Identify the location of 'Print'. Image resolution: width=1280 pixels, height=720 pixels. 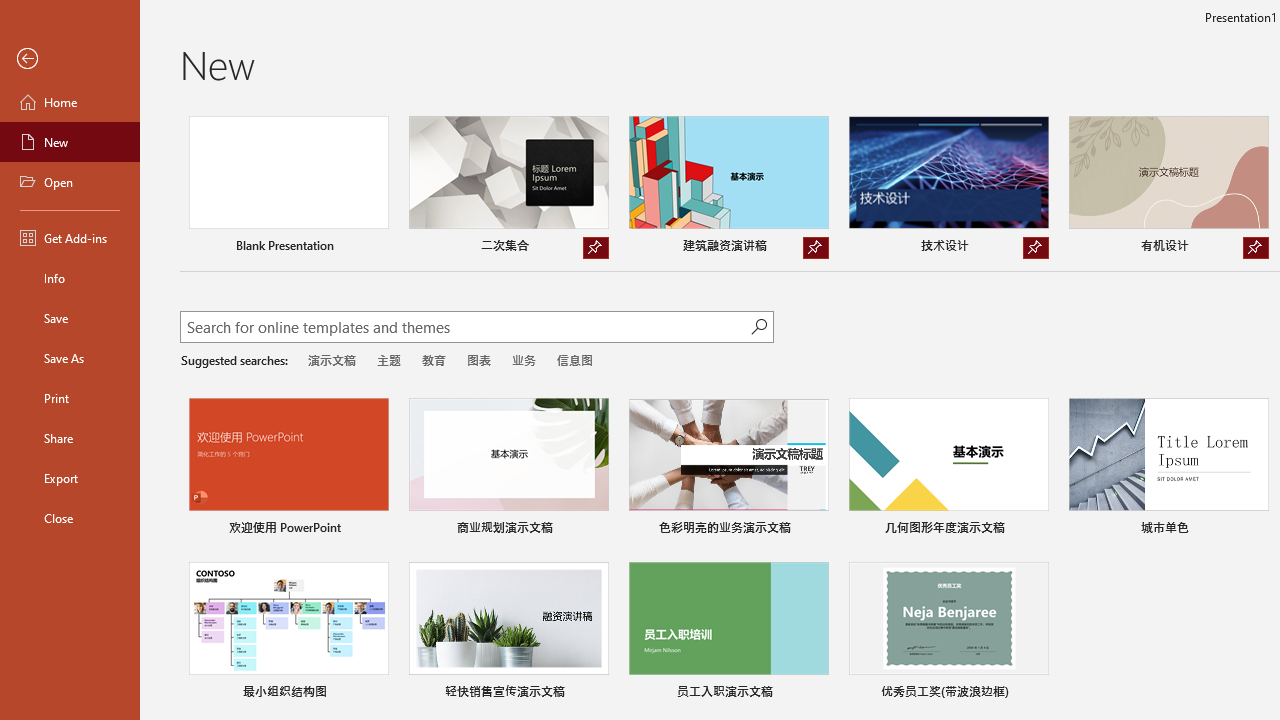
(69, 398).